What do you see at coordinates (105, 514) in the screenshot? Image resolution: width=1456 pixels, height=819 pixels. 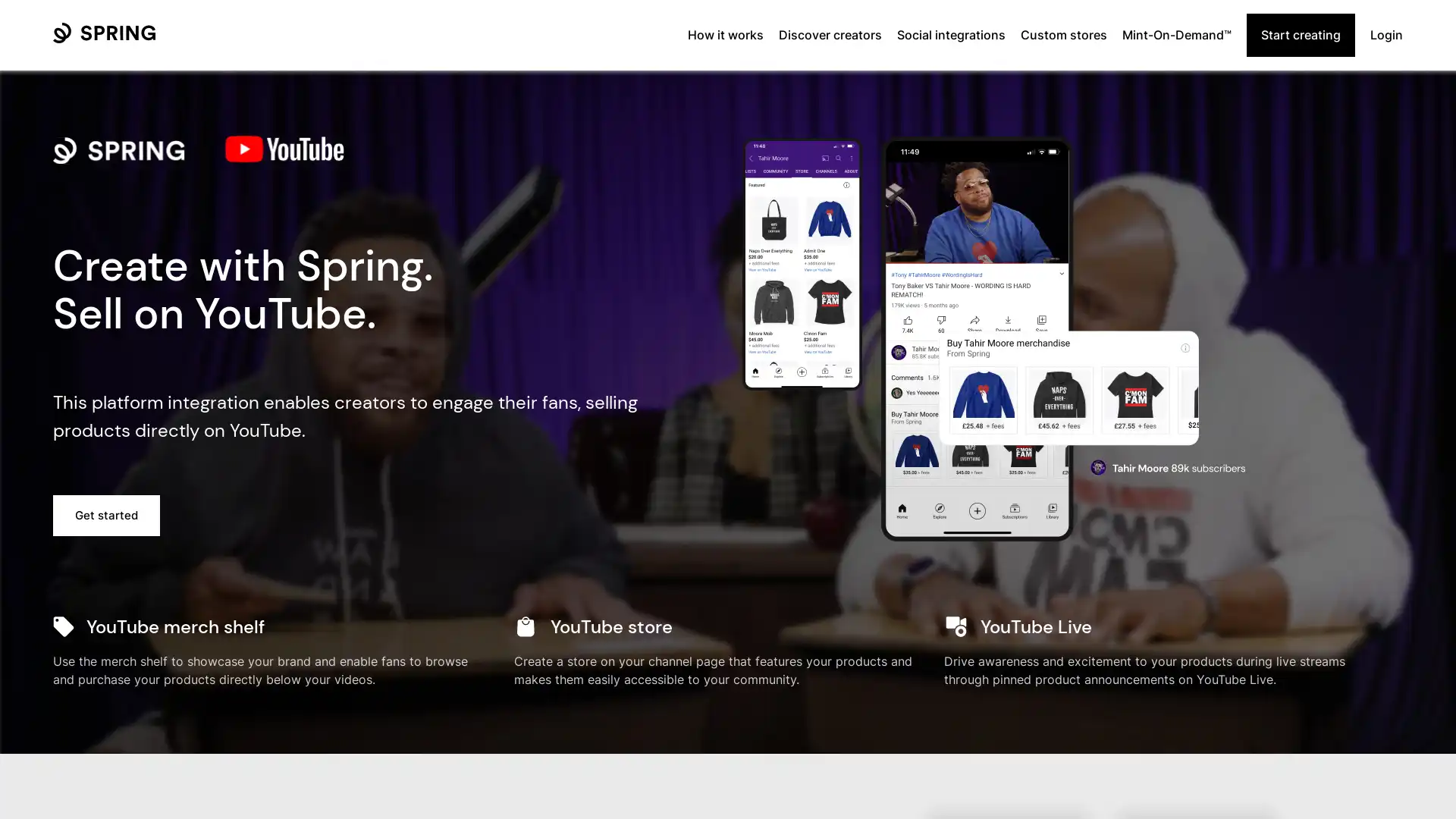 I see `Get started` at bounding box center [105, 514].